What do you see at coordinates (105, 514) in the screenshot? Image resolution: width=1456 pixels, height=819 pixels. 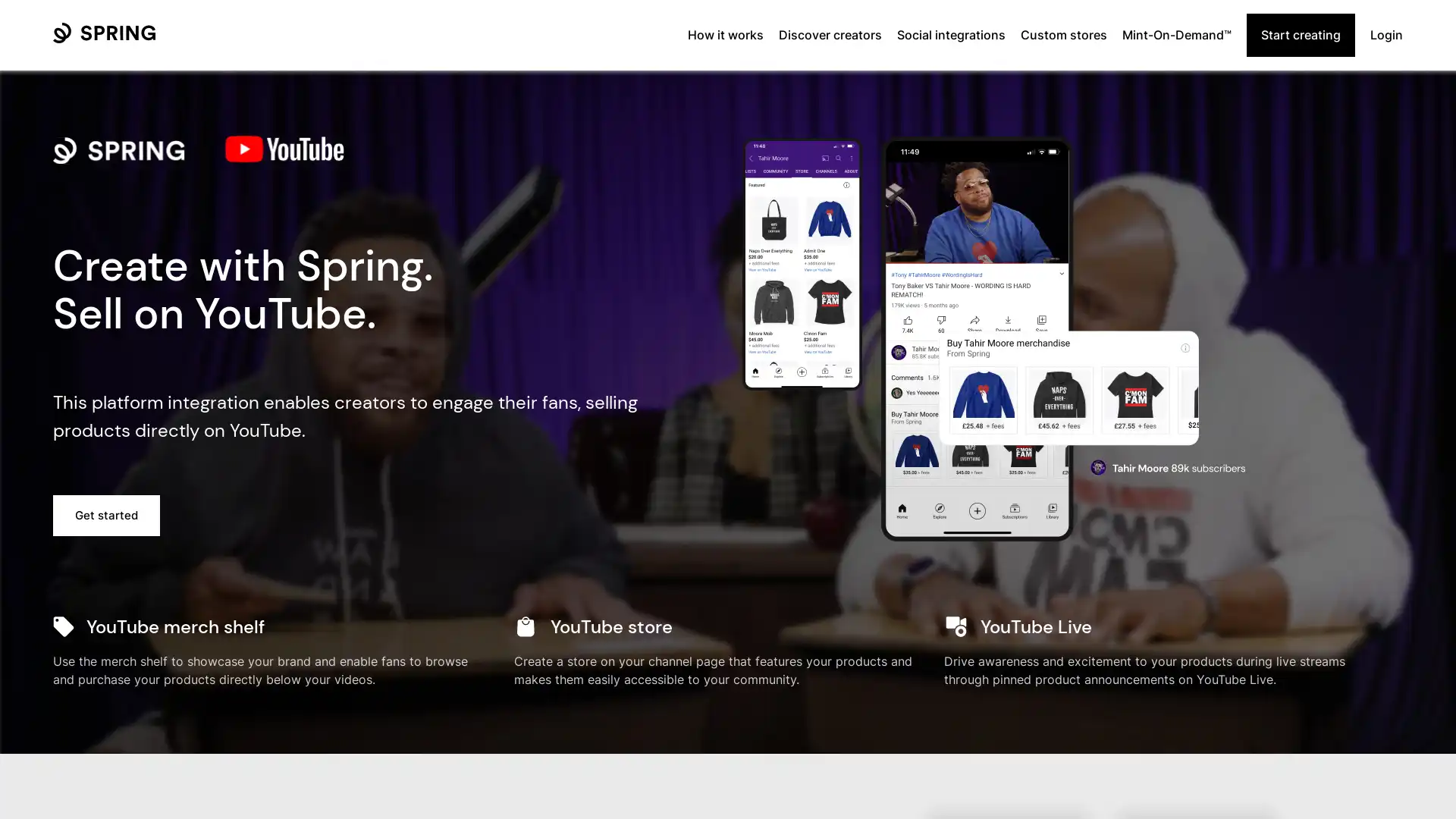 I see `Get started` at bounding box center [105, 514].